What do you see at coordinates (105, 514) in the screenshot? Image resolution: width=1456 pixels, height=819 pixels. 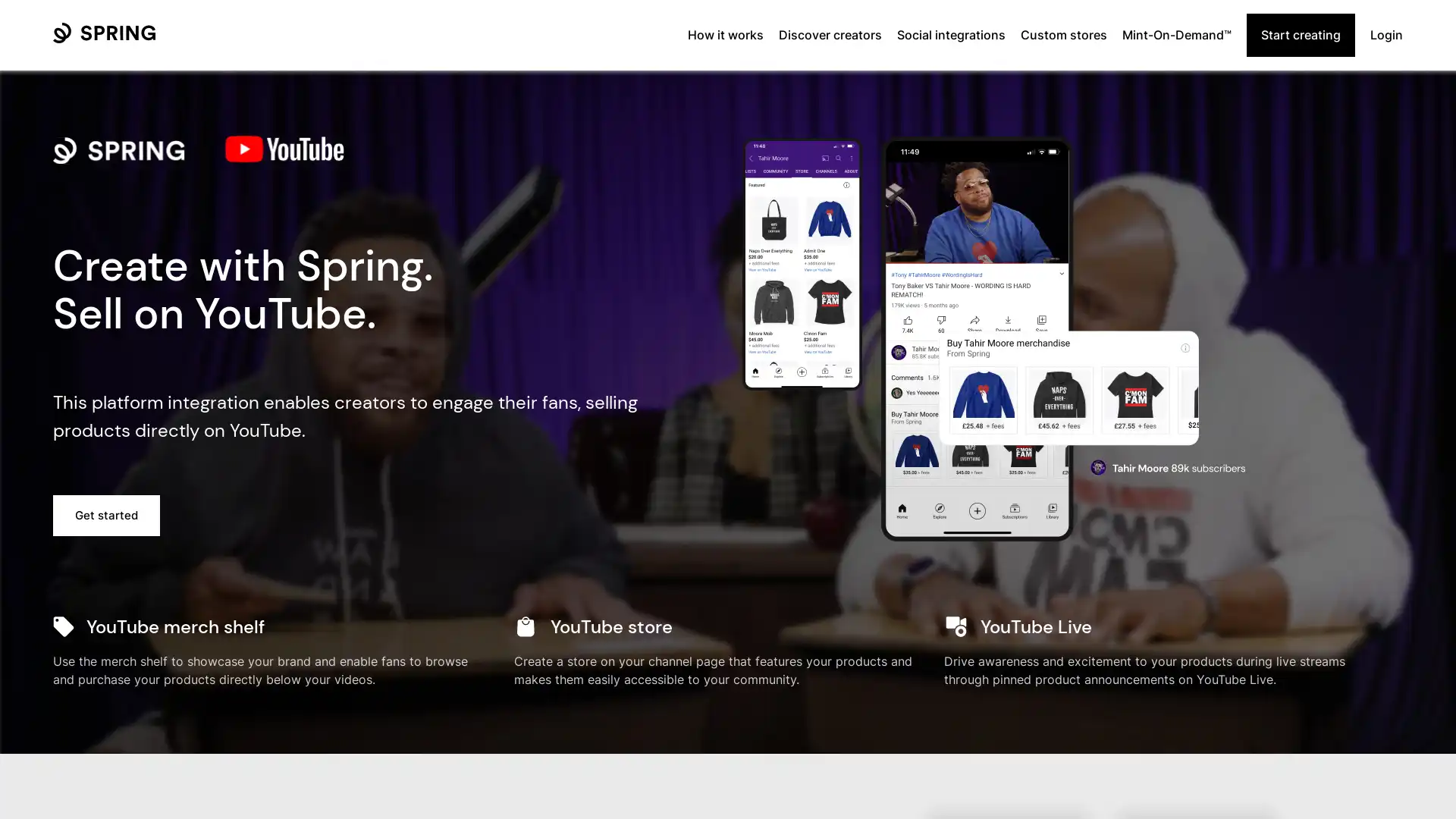 I see `Get started` at bounding box center [105, 514].